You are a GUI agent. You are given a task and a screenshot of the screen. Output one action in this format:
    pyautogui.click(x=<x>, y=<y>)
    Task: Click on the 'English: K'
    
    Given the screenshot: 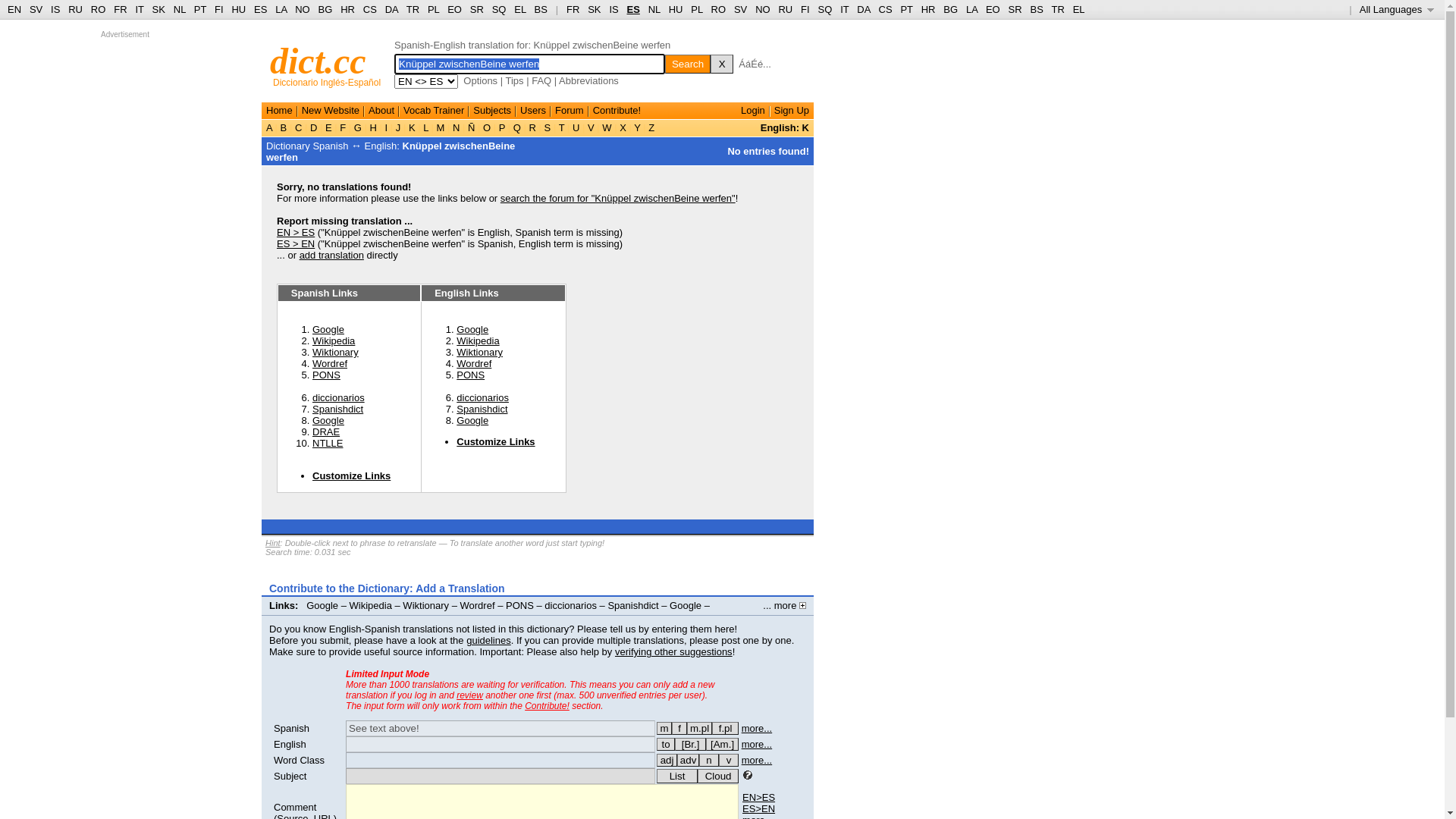 What is the action you would take?
    pyautogui.click(x=785, y=127)
    